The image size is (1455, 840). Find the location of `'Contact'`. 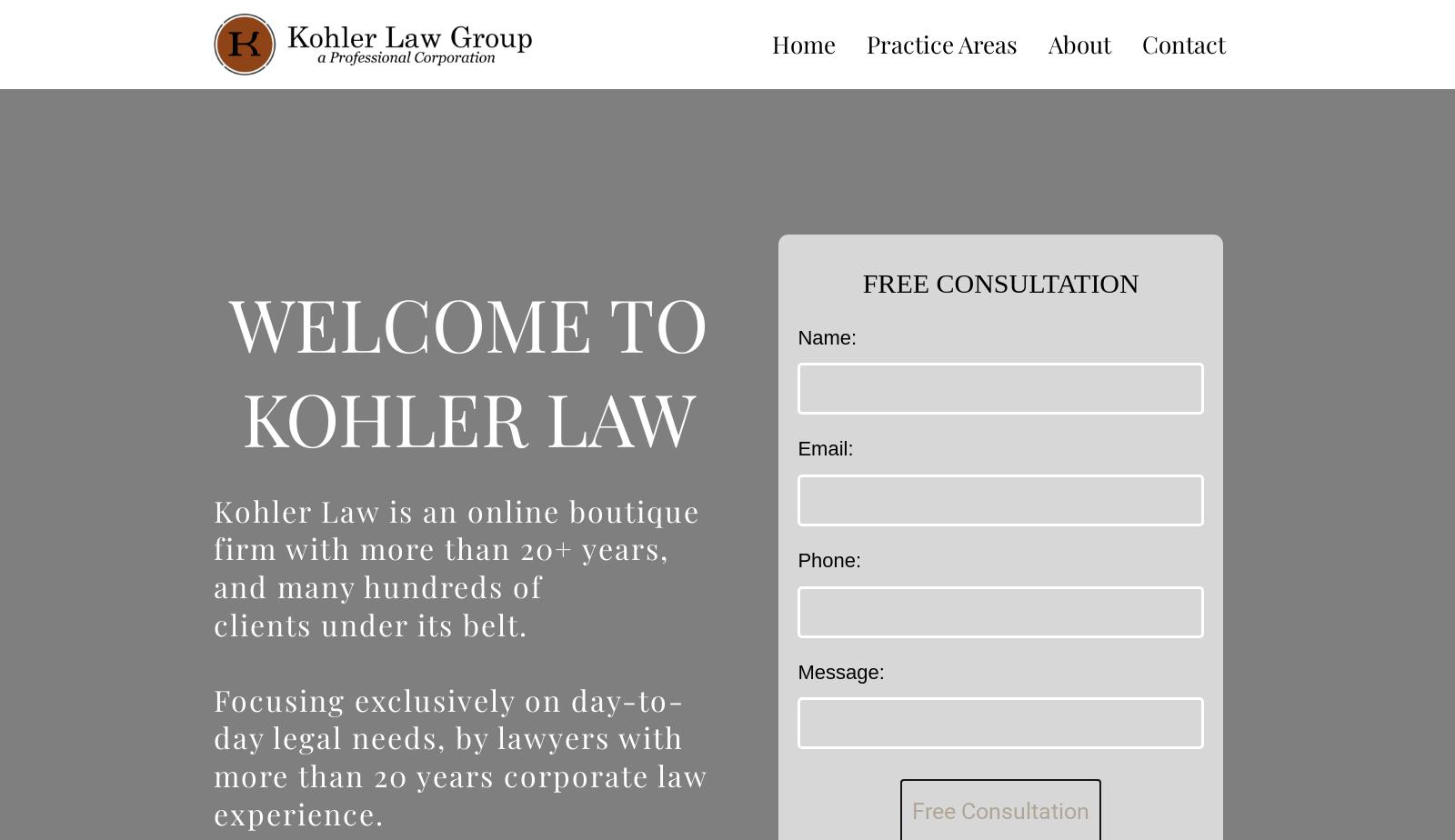

'Contact' is located at coordinates (1182, 43).